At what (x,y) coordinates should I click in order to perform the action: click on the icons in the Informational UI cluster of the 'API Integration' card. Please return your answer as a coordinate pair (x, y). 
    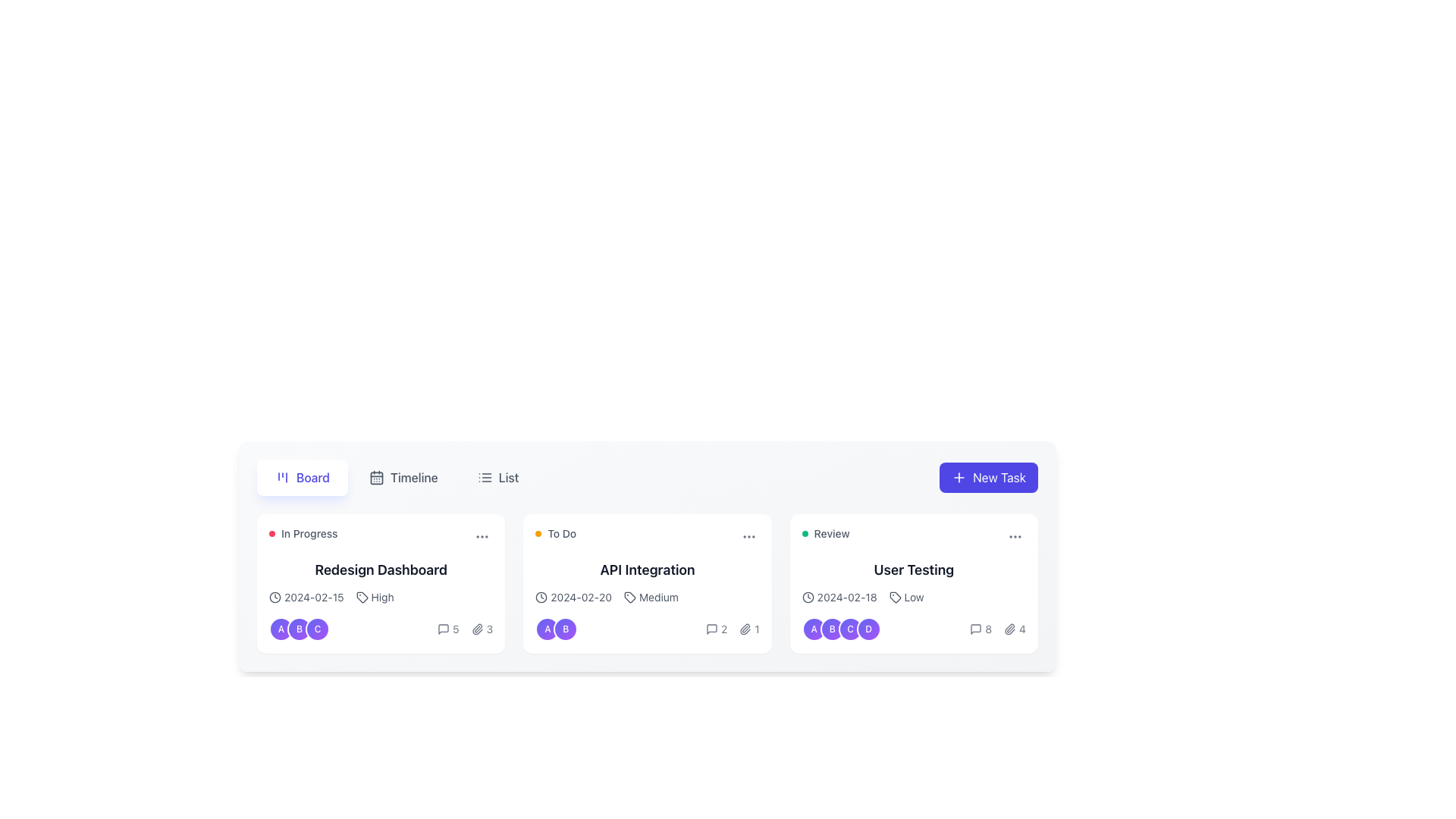
    Looking at the image, I should click on (733, 629).